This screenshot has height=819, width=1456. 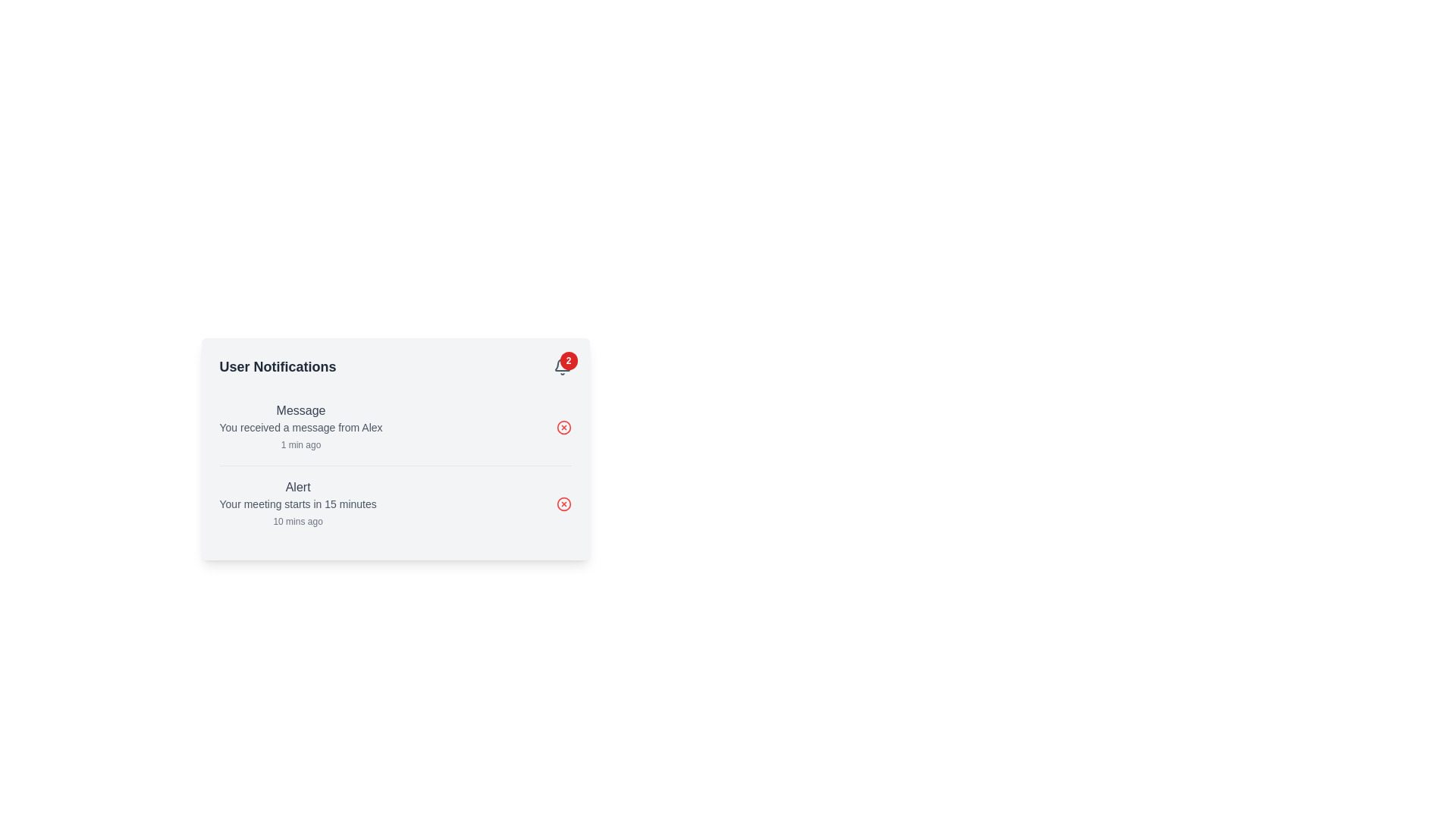 What do you see at coordinates (561, 365) in the screenshot?
I see `the bell icon indicating notifications, located in the top-right corner of the notification panel` at bounding box center [561, 365].